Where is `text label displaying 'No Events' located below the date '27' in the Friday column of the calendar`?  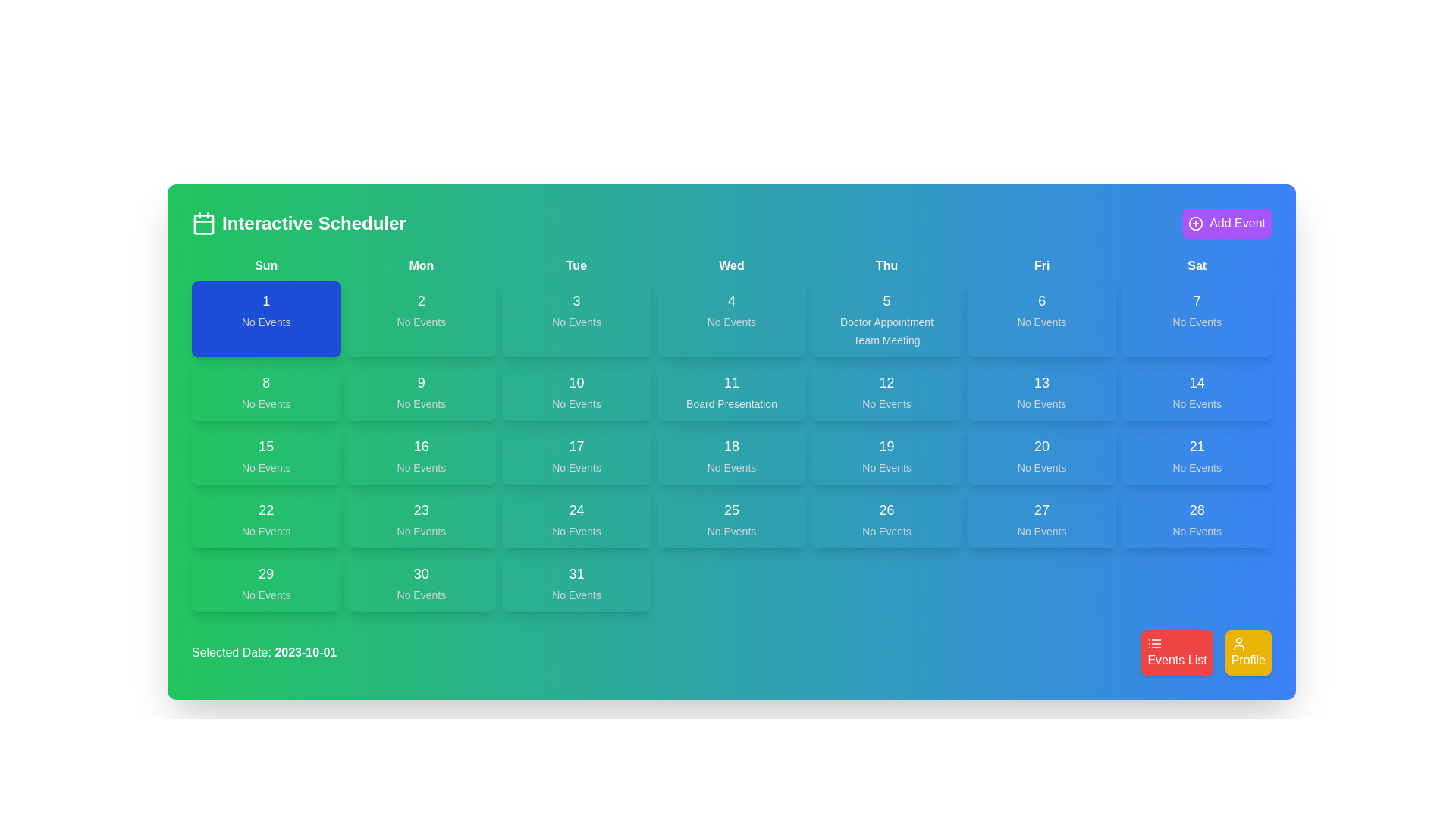
text label displaying 'No Events' located below the date '27' in the Friday column of the calendar is located at coordinates (1041, 531).